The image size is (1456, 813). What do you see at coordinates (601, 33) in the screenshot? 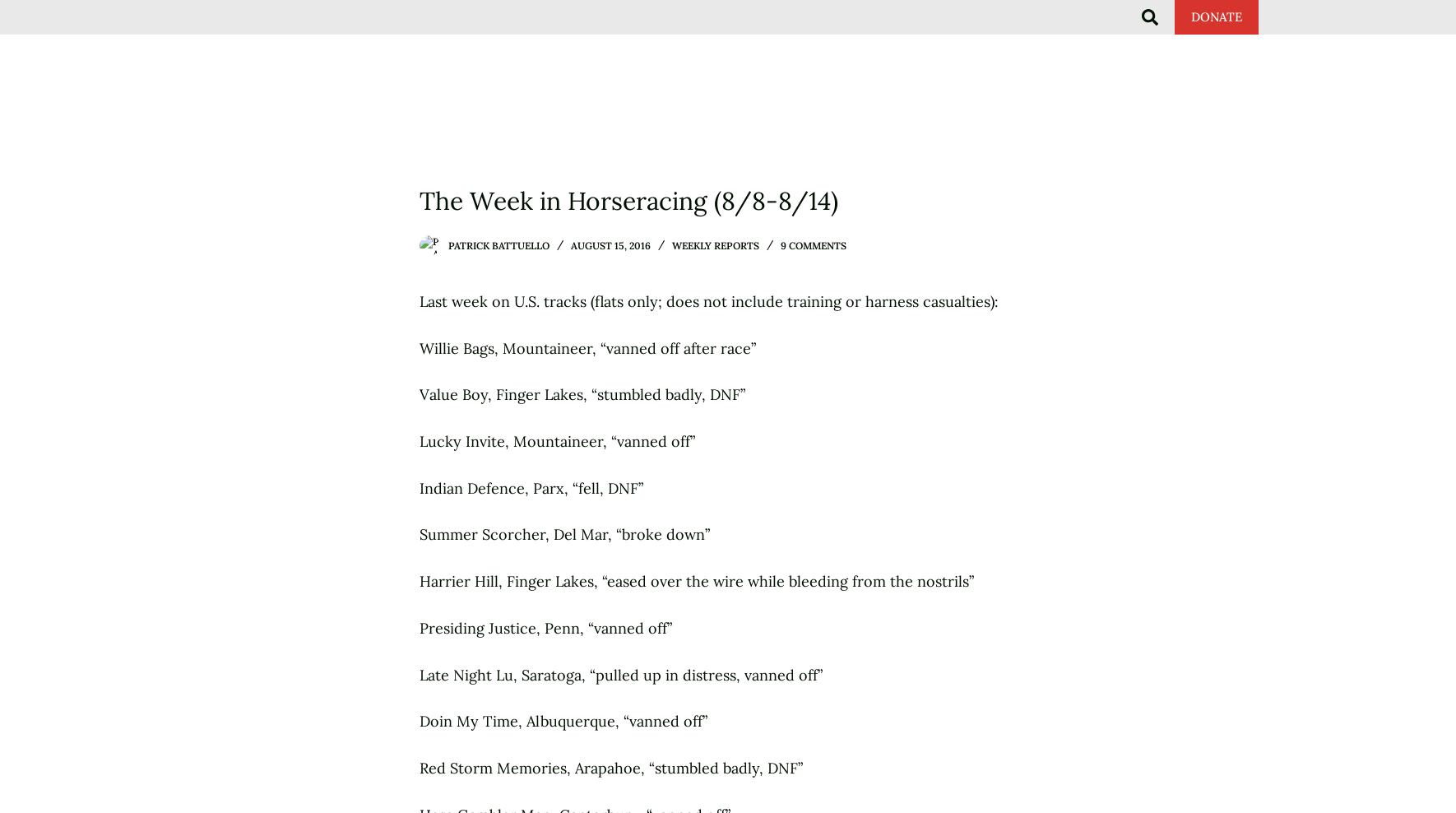
I see `'This Is Horseracing'` at bounding box center [601, 33].